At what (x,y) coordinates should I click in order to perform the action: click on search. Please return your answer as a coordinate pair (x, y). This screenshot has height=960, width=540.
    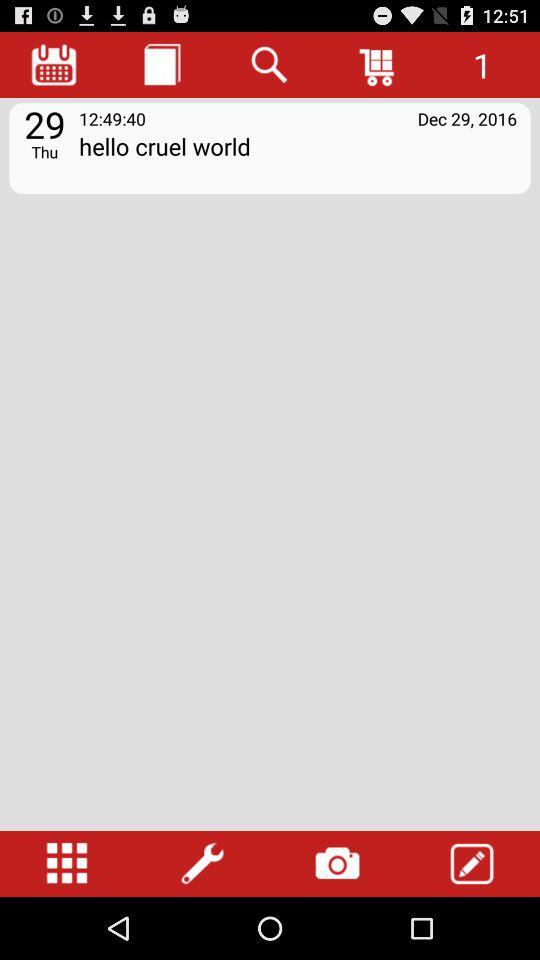
    Looking at the image, I should click on (270, 64).